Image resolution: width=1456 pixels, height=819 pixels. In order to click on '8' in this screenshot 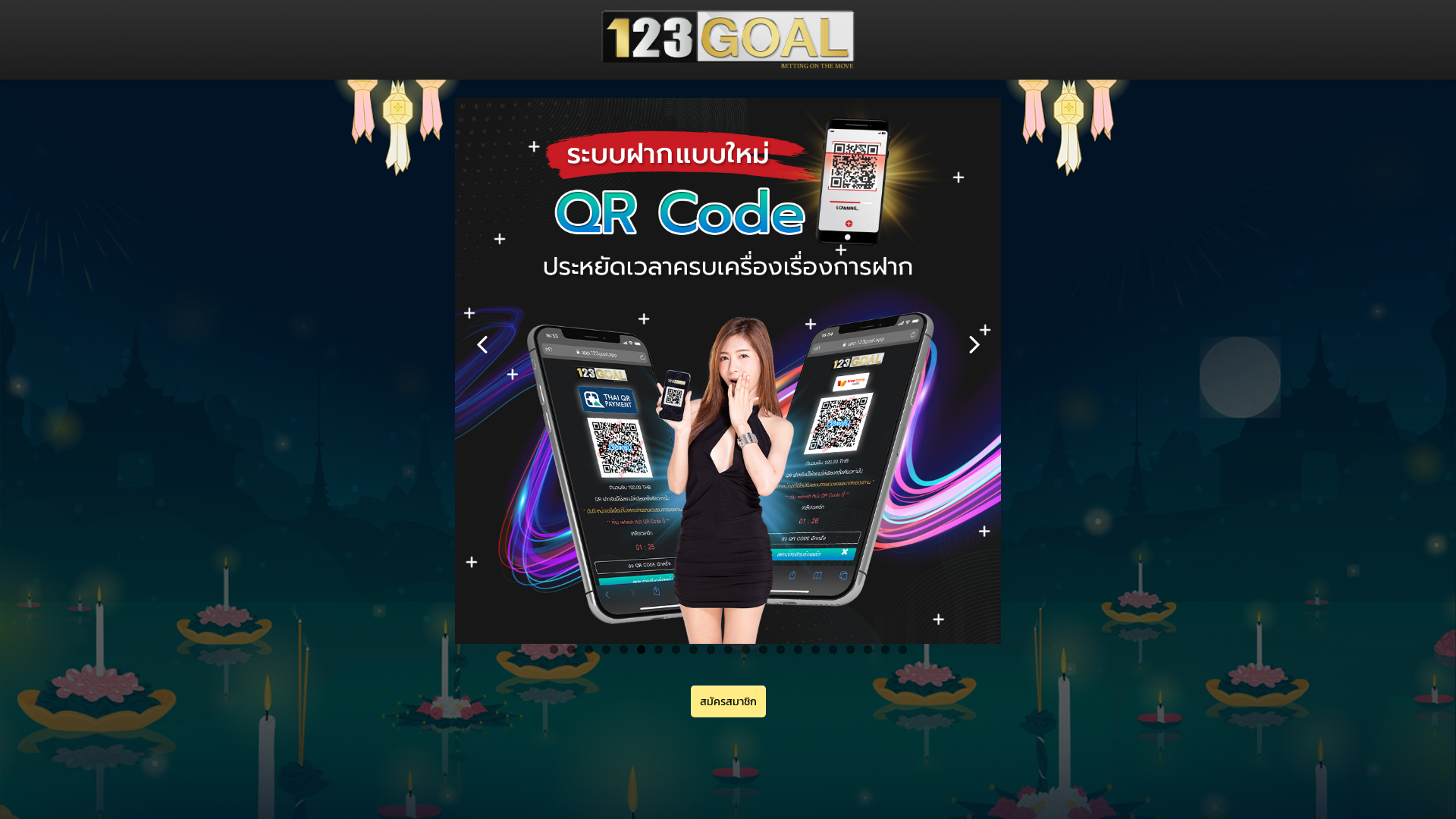, I will do `click(675, 648)`.